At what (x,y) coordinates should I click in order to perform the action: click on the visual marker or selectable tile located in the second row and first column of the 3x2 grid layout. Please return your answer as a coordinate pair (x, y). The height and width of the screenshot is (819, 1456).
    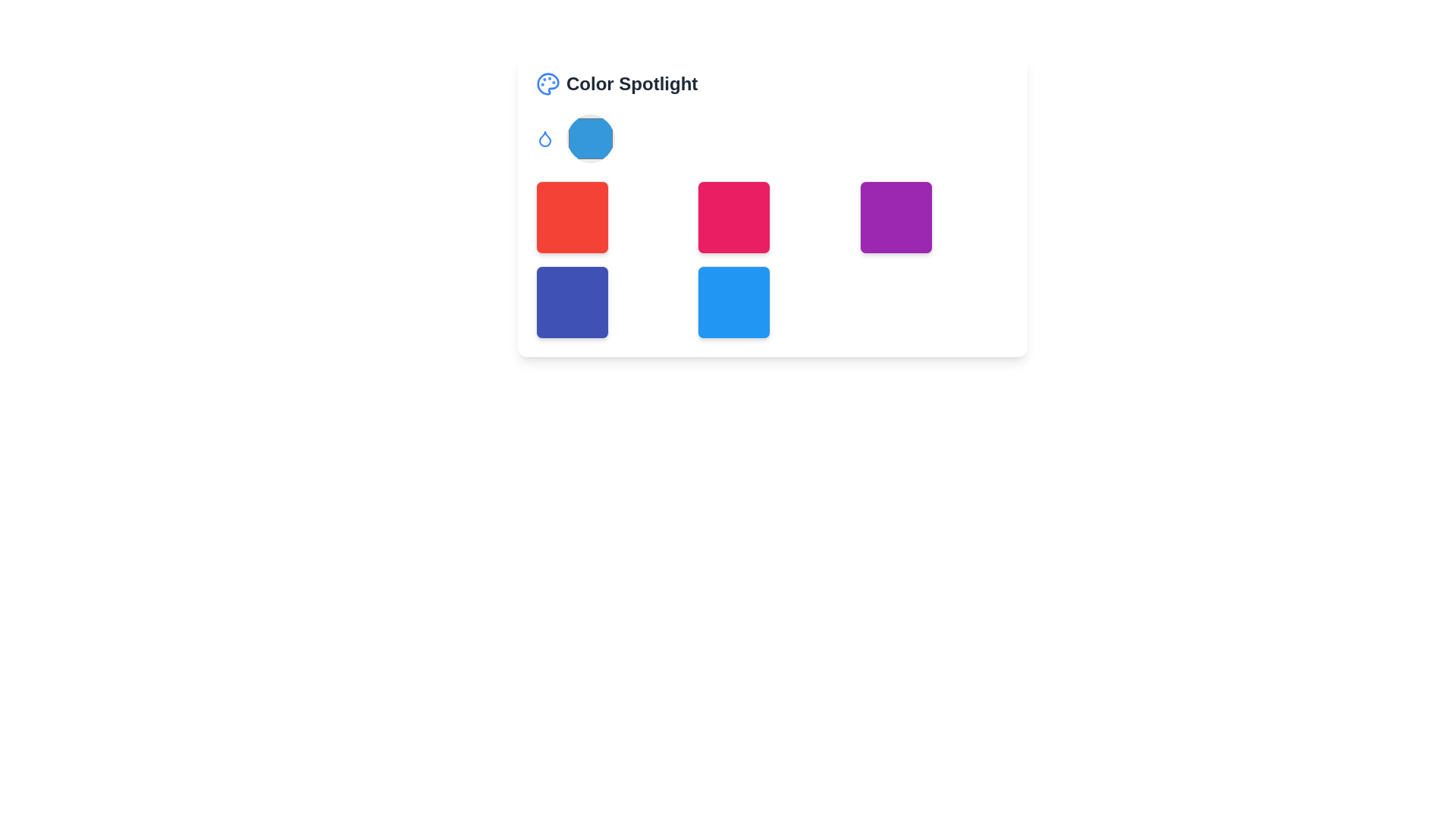
    Looking at the image, I should click on (571, 302).